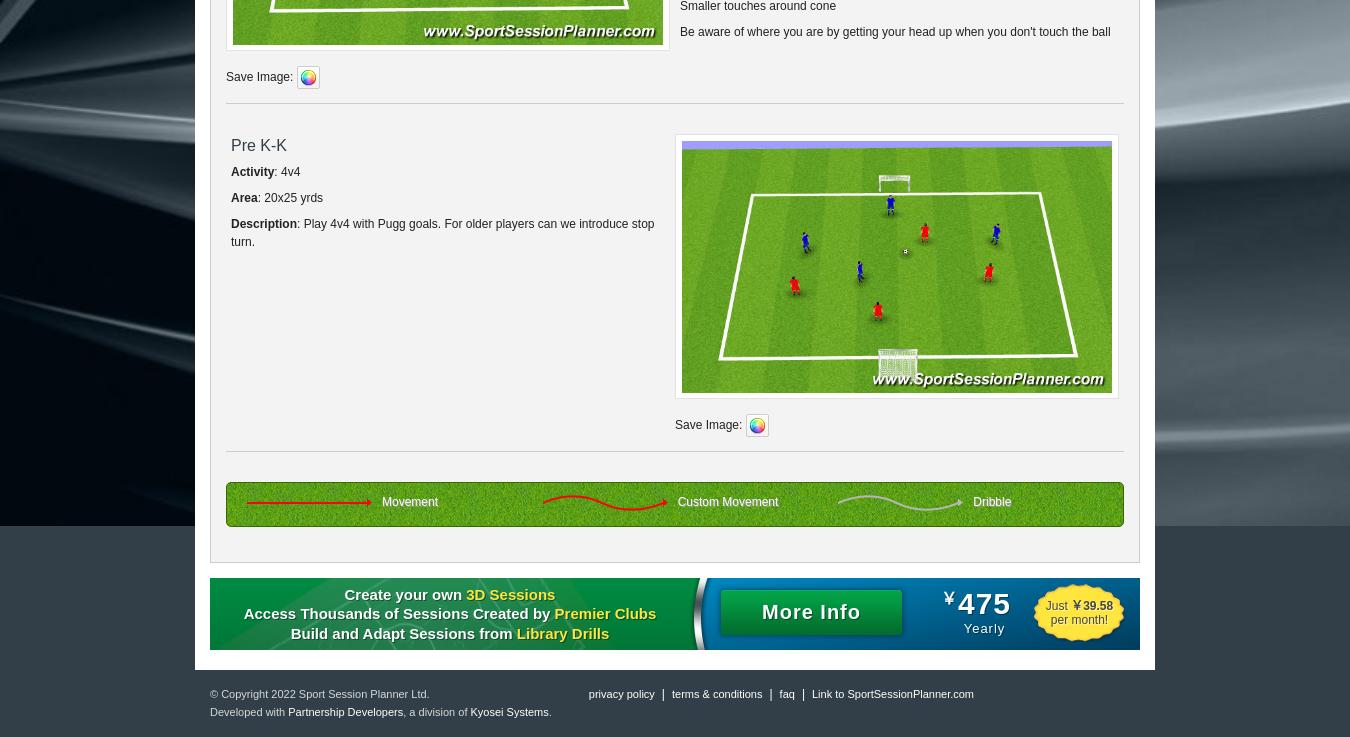  What do you see at coordinates (258, 145) in the screenshot?
I see `'Pre K-K'` at bounding box center [258, 145].